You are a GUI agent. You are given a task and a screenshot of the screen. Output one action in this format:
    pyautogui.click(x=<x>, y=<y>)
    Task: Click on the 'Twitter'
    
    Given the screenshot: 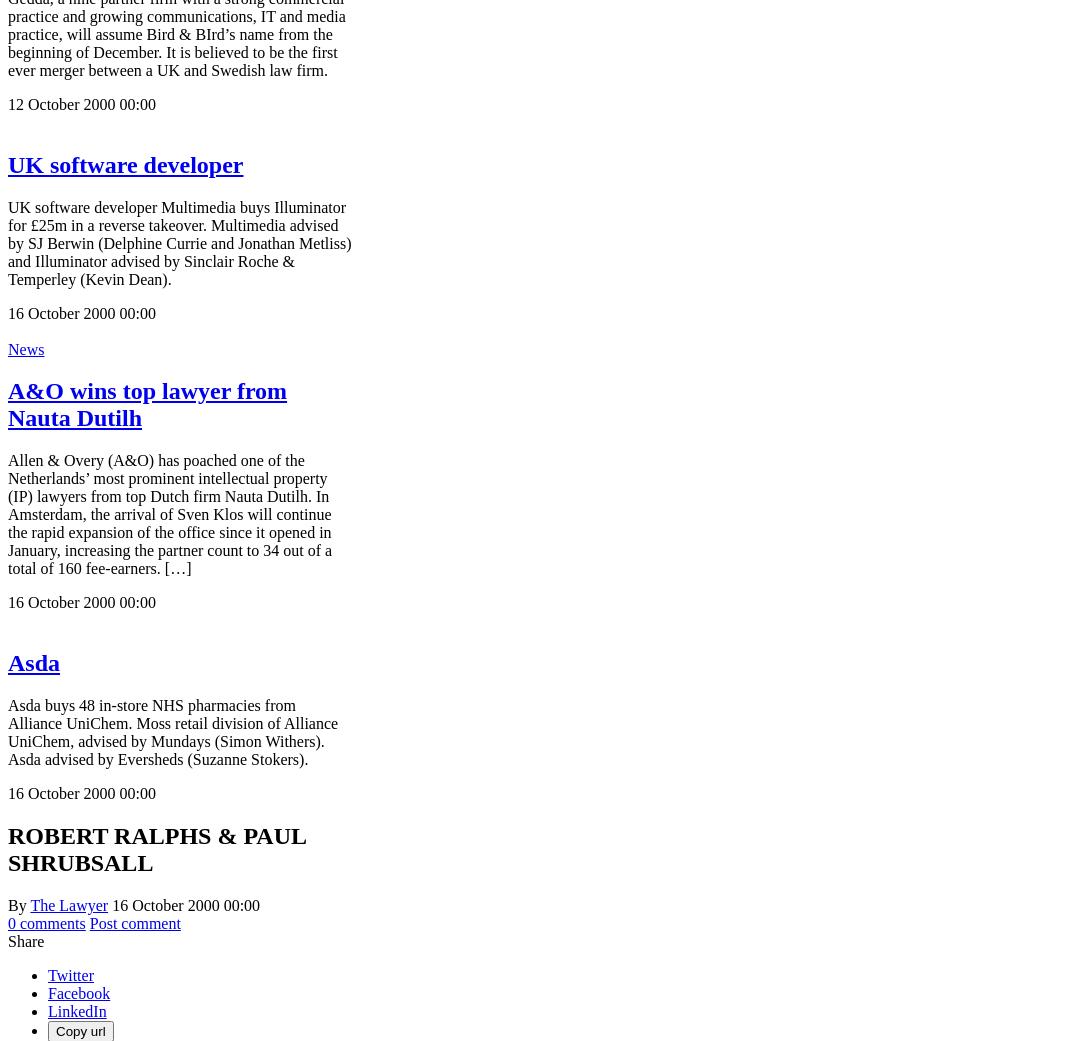 What is the action you would take?
    pyautogui.click(x=70, y=975)
    